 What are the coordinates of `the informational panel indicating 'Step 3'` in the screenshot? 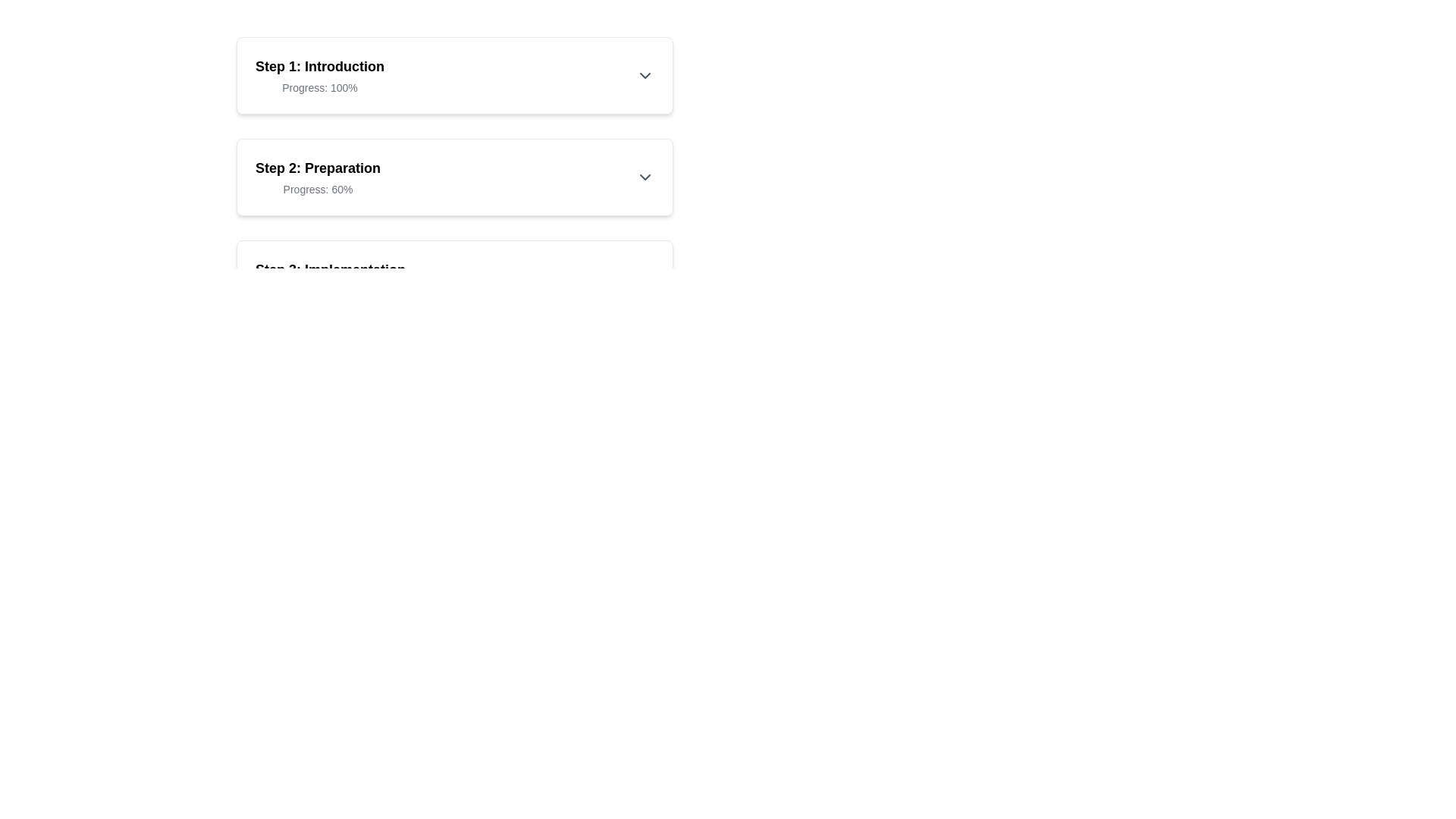 It's located at (454, 278).